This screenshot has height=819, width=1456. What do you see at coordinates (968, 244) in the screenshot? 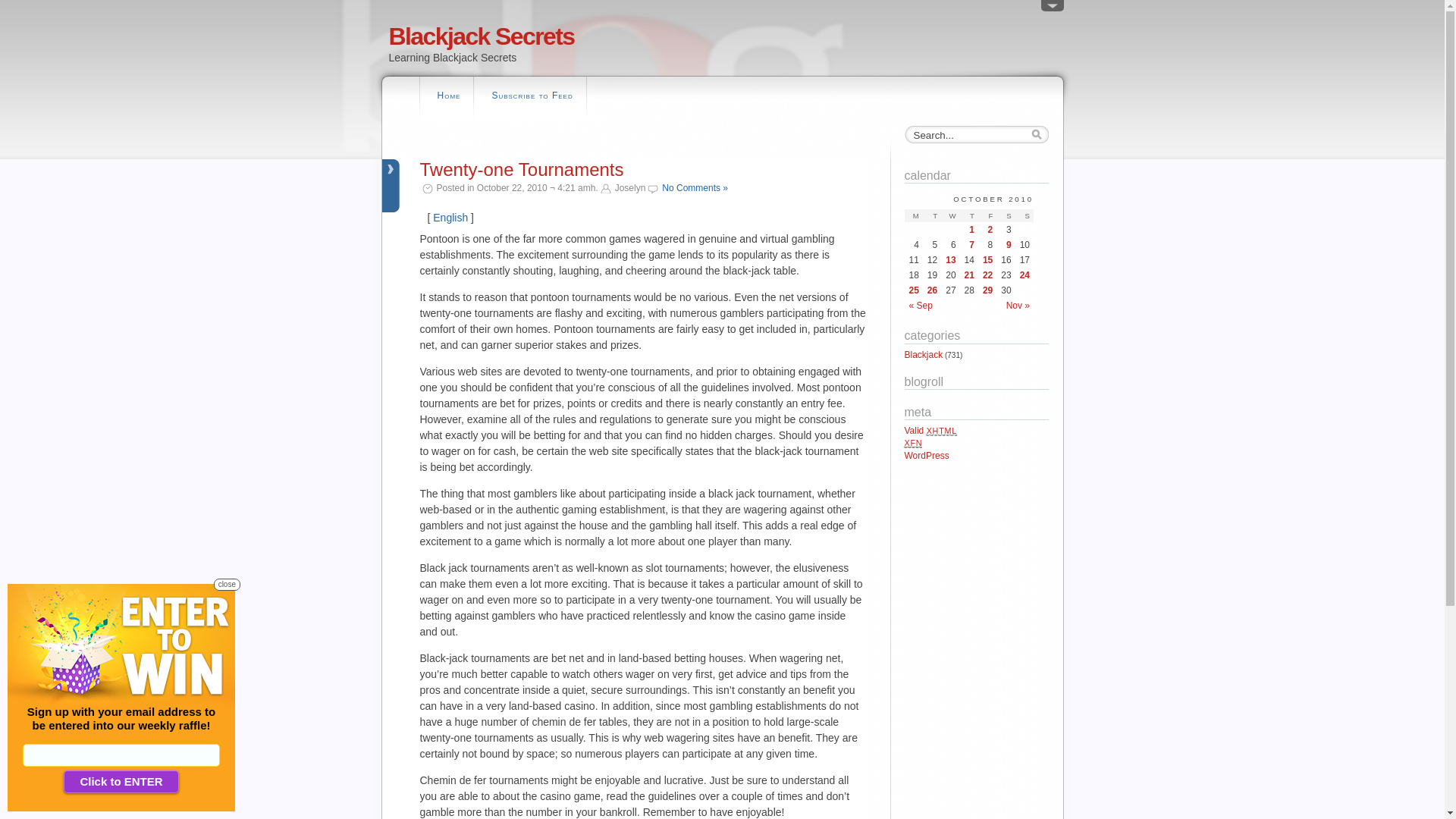
I see `'7'` at bounding box center [968, 244].